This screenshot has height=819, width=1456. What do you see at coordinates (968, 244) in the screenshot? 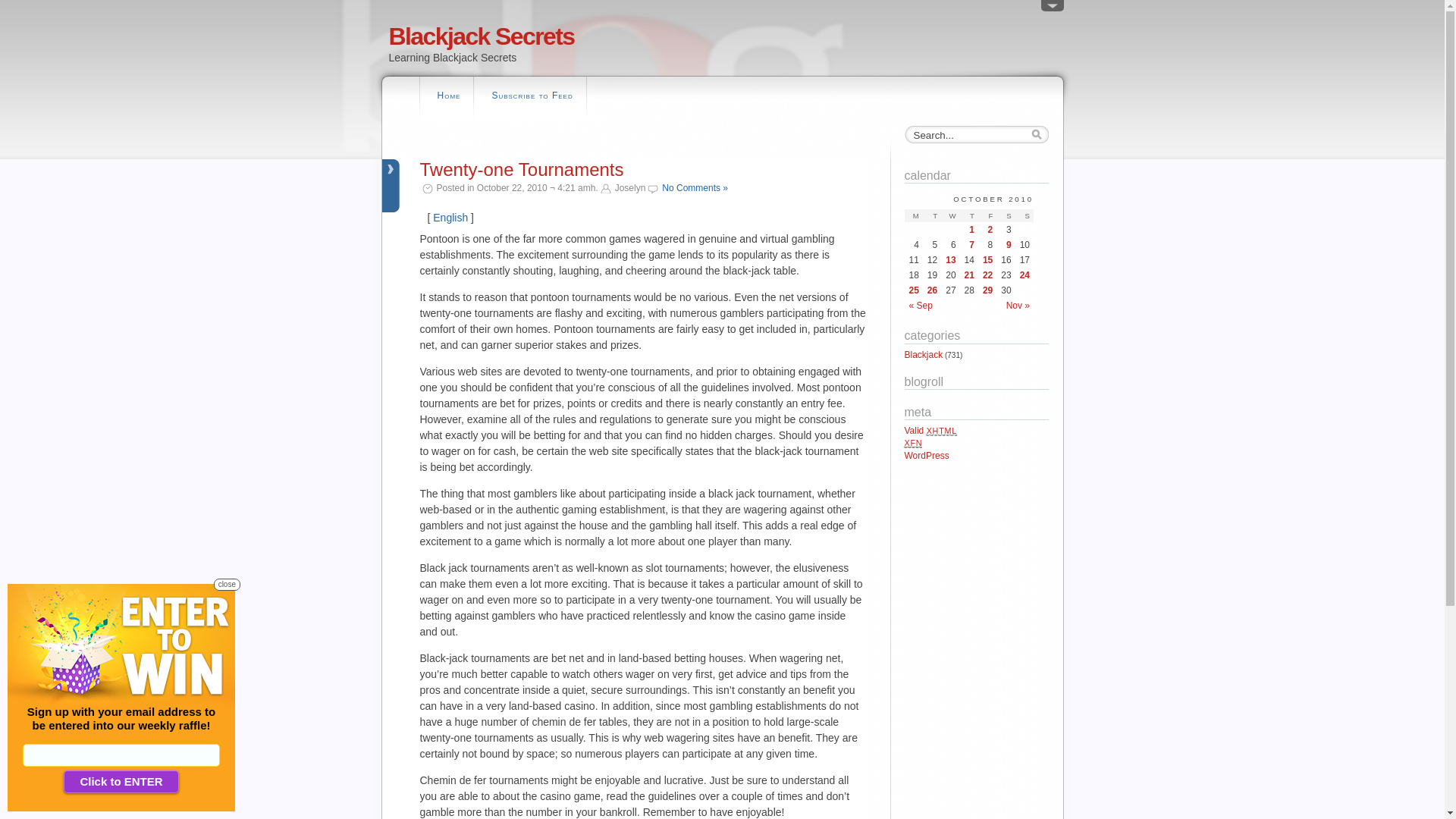
I see `'7'` at bounding box center [968, 244].